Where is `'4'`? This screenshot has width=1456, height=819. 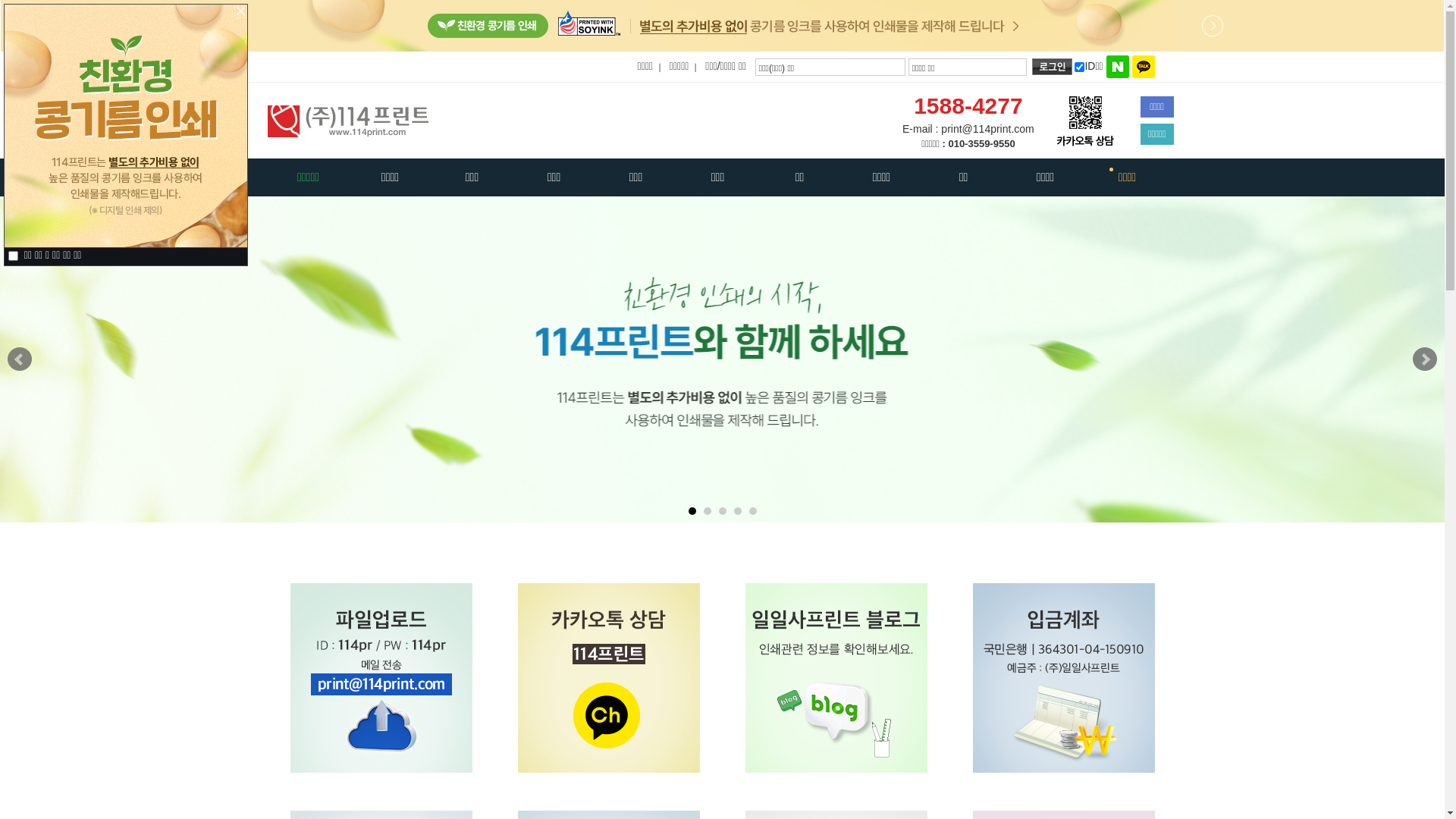
'4' is located at coordinates (738, 511).